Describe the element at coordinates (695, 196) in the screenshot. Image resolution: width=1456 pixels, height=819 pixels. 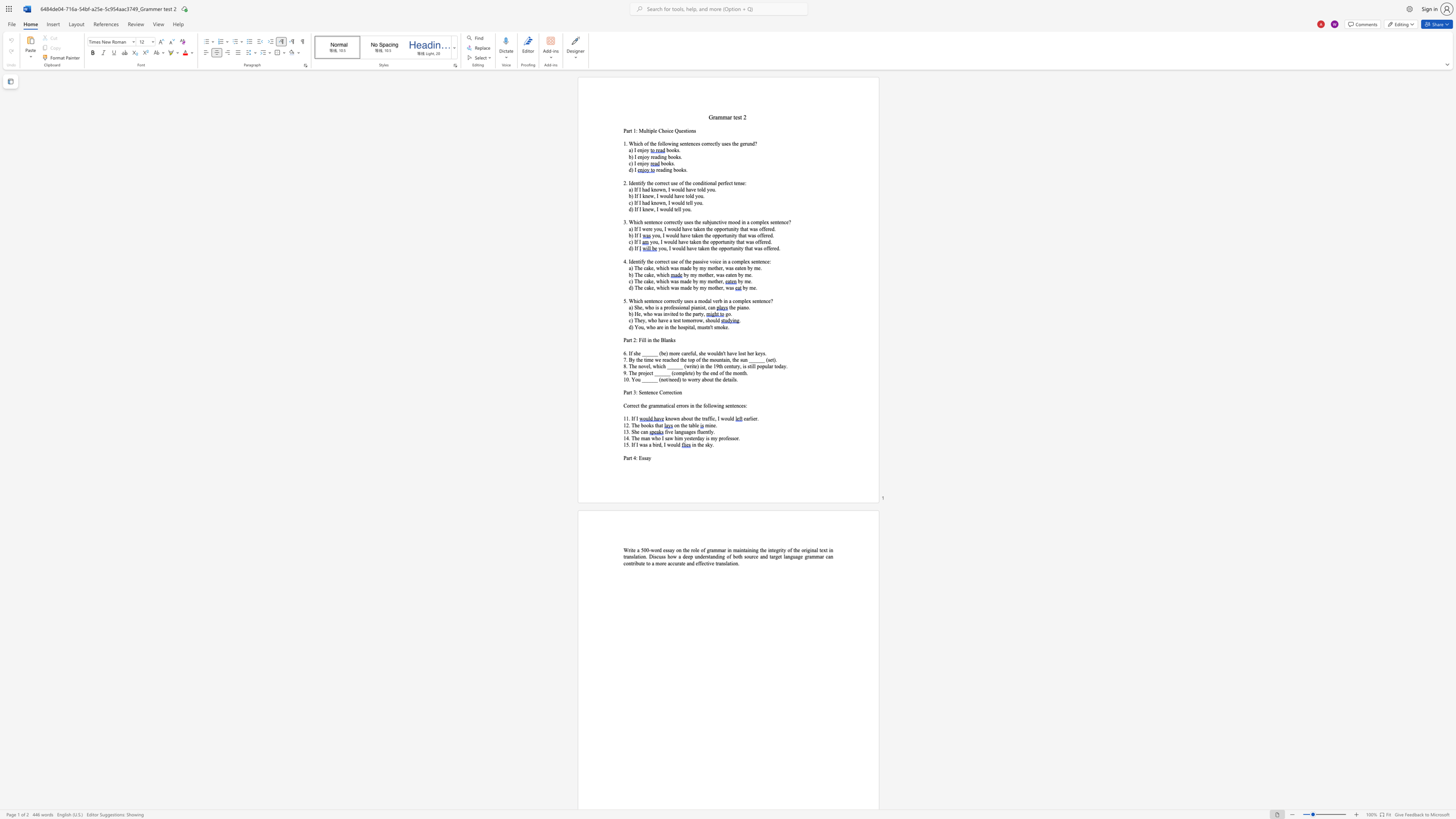
I see `the subset text "you." within the text "b) If I knew, I would have told you."` at that location.